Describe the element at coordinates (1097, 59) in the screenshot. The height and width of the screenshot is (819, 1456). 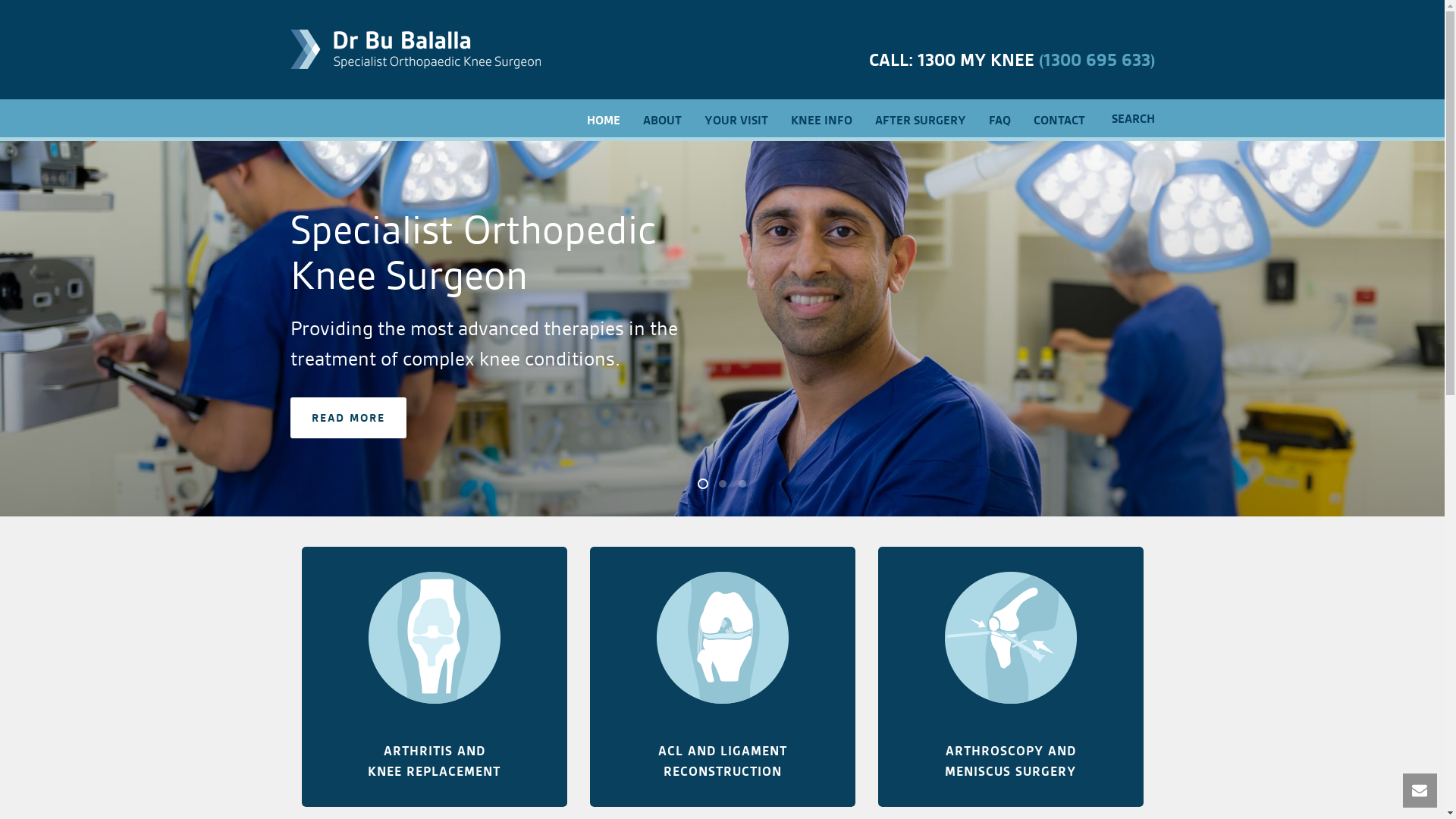
I see `'(1300 695 633)'` at that location.